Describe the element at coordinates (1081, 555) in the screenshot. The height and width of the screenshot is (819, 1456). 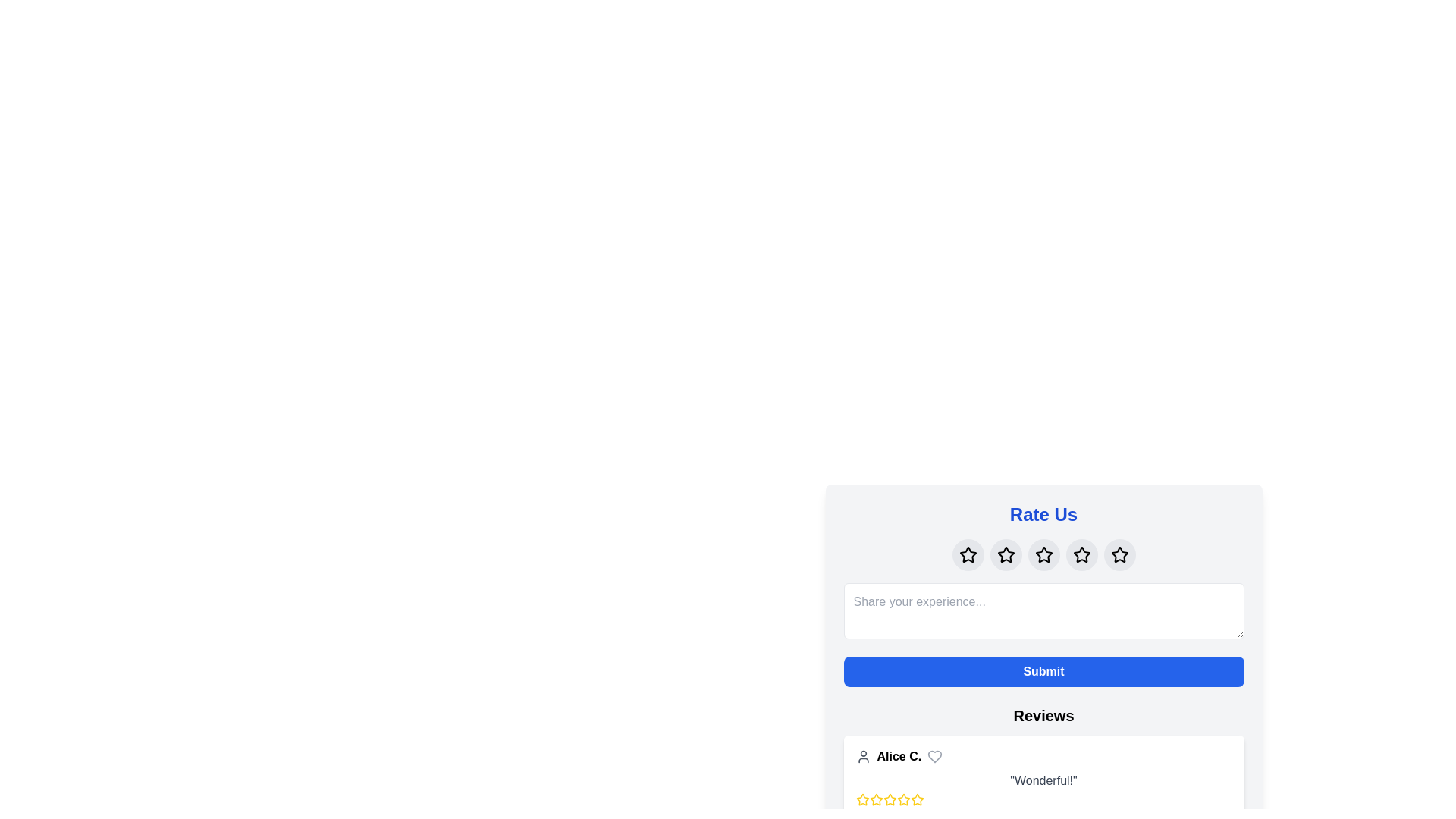
I see `the fourth star-shaped Rating Button located beneath the 'Rate Us' heading` at that location.